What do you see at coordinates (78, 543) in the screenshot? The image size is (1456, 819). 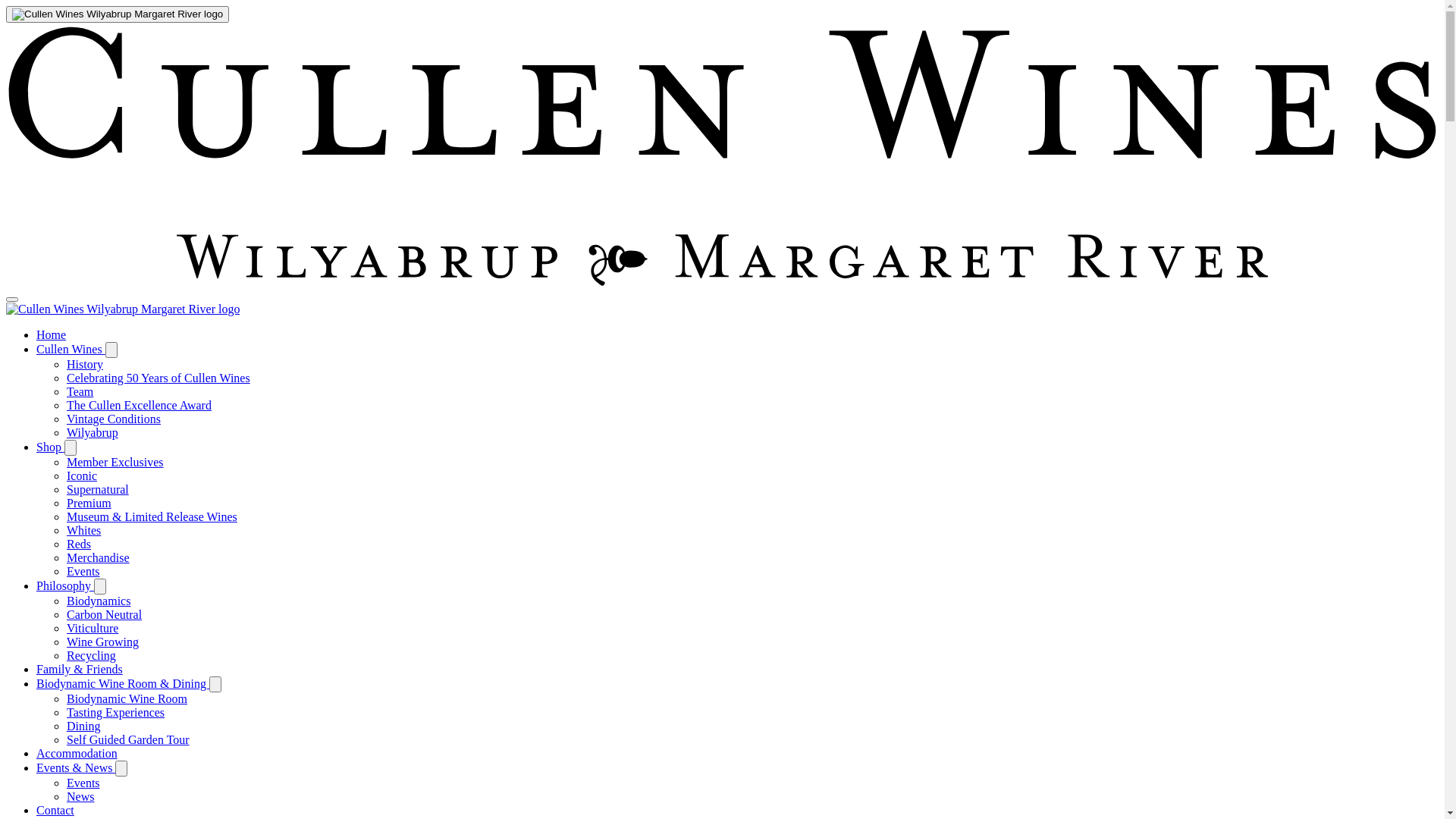 I see `'Reds'` at bounding box center [78, 543].